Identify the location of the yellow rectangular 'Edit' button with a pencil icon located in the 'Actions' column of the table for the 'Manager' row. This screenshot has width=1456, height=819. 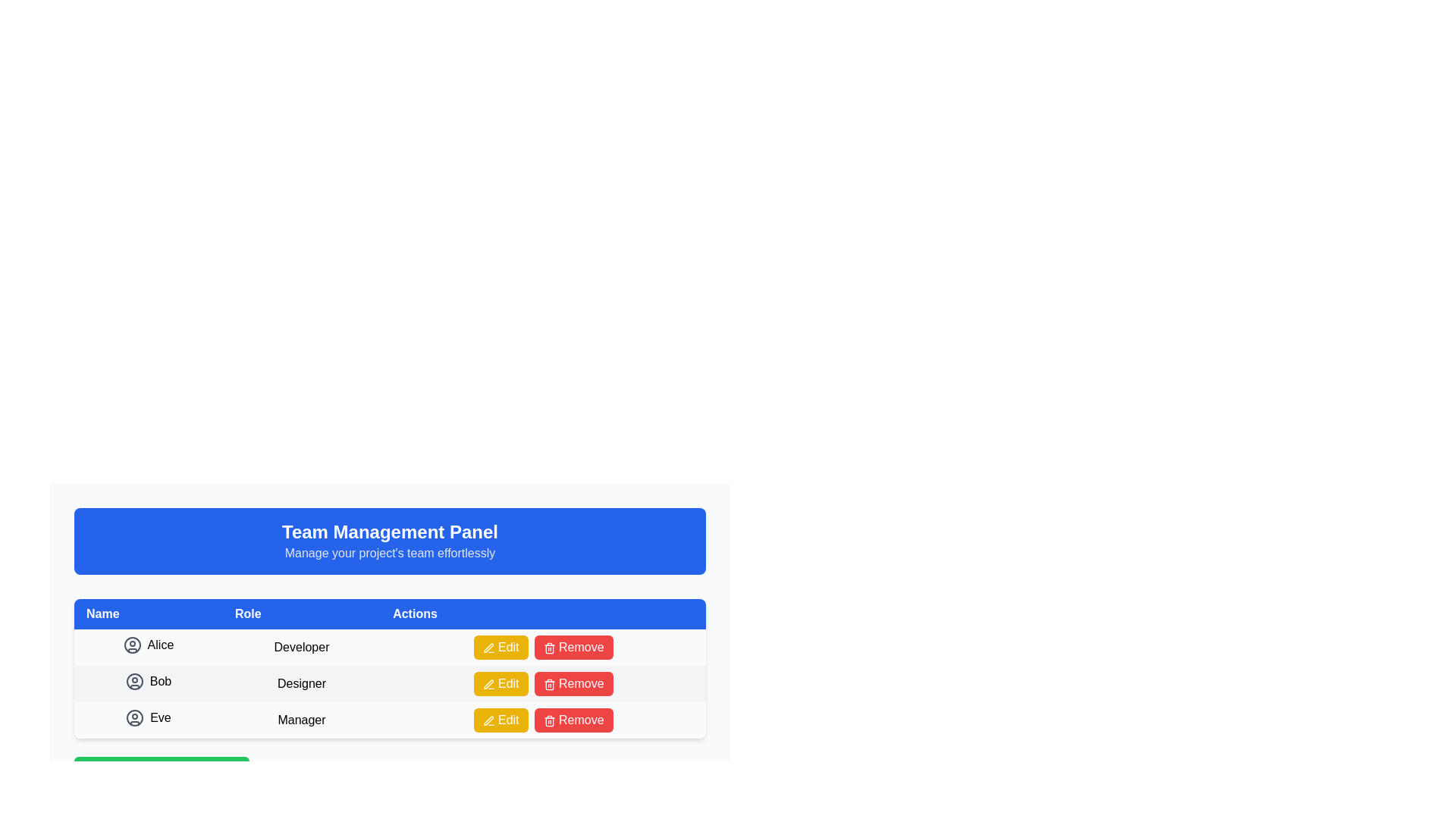
(500, 719).